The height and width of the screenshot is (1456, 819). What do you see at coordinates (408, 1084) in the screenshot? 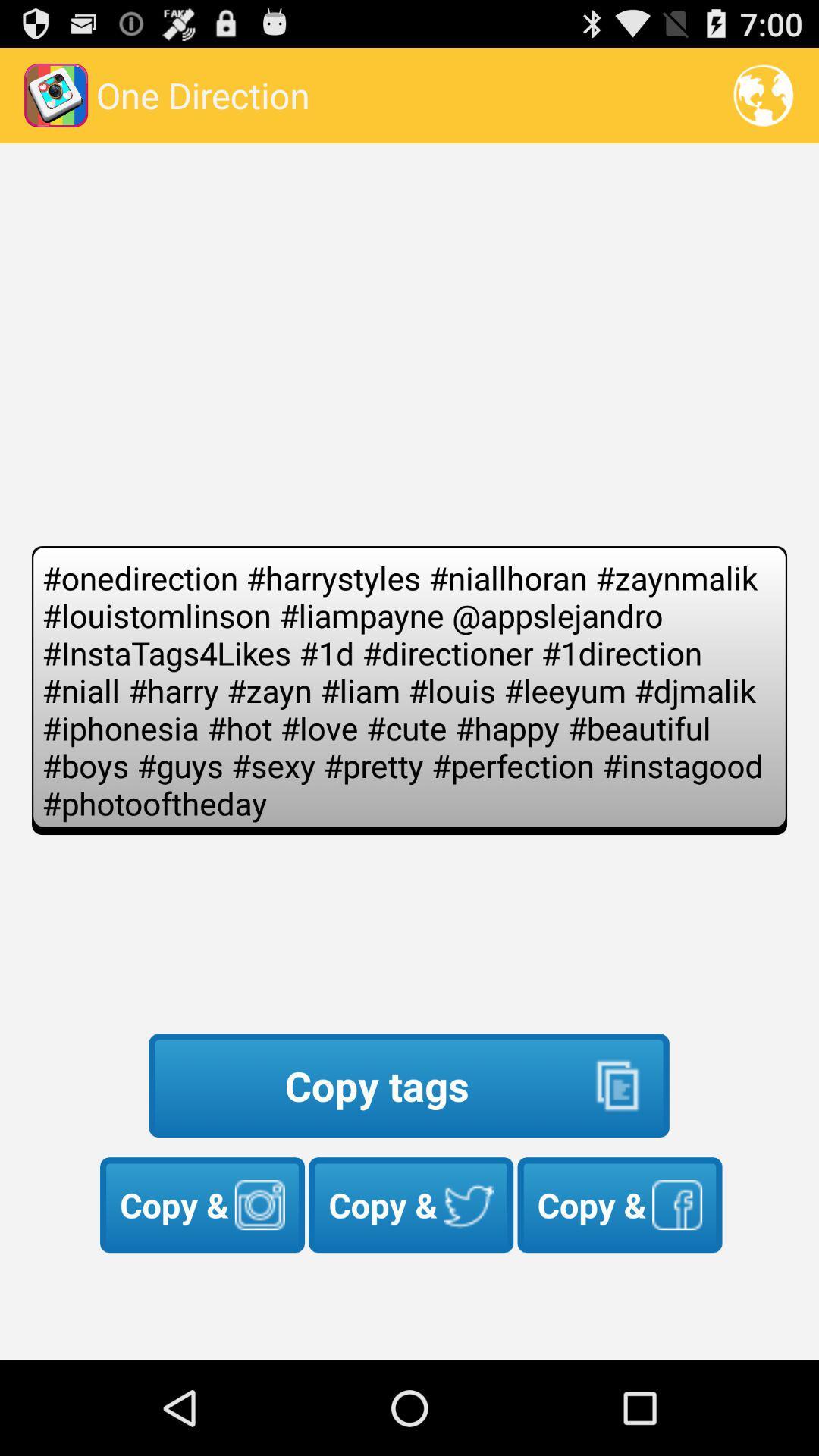
I see `the copy tags button` at bounding box center [408, 1084].